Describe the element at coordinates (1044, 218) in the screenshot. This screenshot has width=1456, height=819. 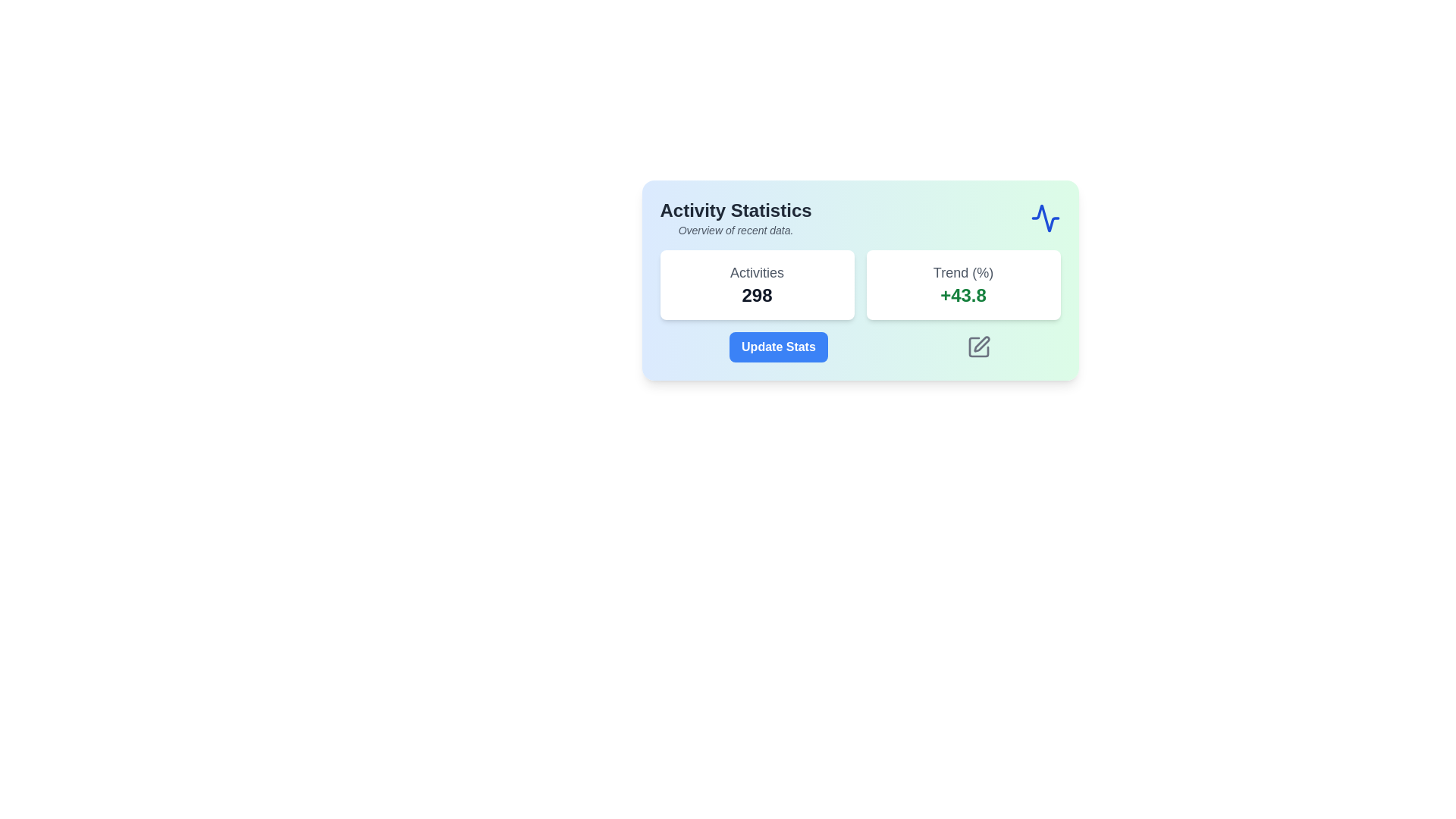
I see `the icon located at the top right corner of the card-like interface, which represents activity or a trend related to the statistics shown` at that location.